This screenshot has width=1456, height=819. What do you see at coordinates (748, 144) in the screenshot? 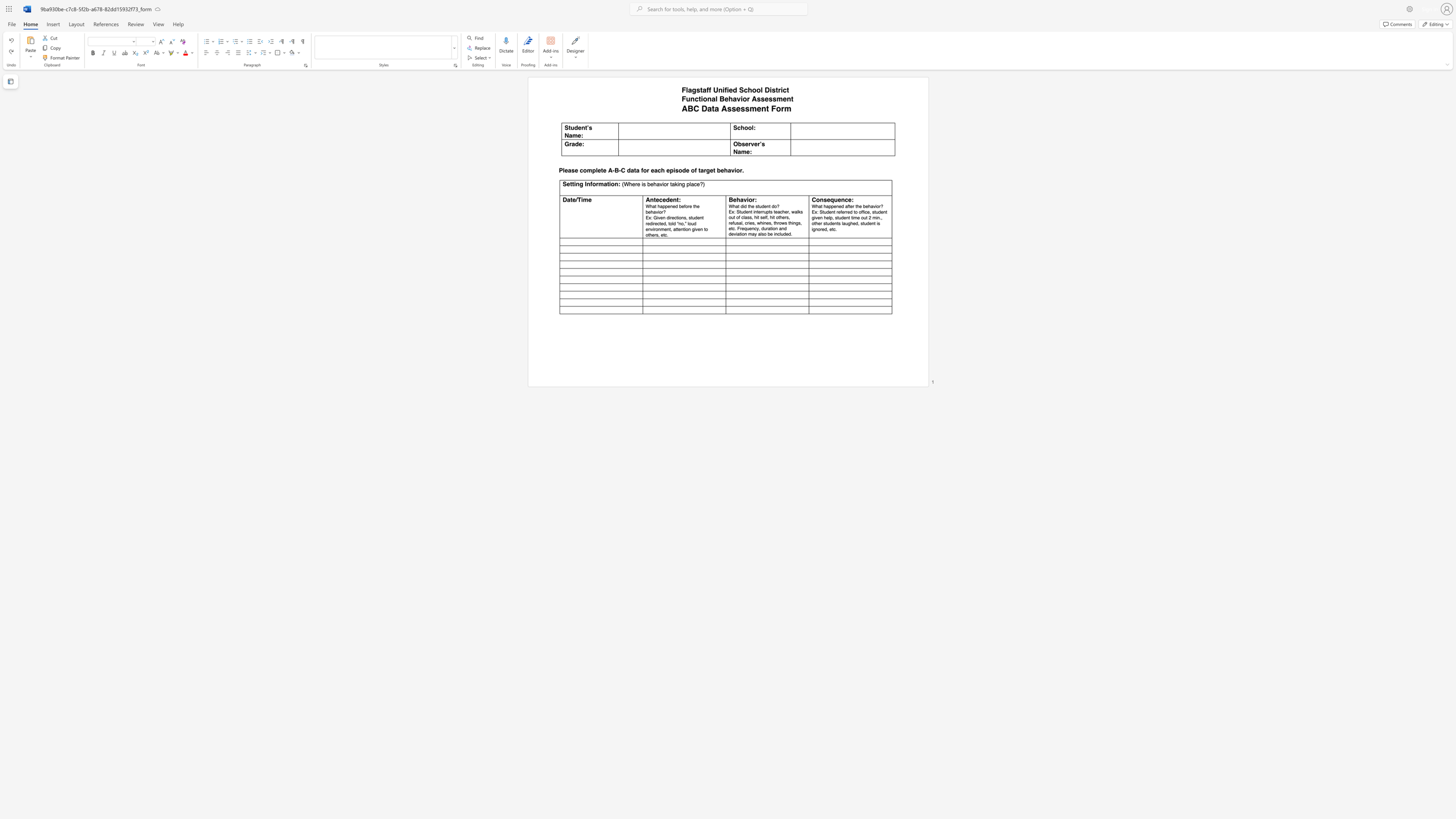
I see `the subset text "rver" within the text "Observer’s Name:"` at bounding box center [748, 144].